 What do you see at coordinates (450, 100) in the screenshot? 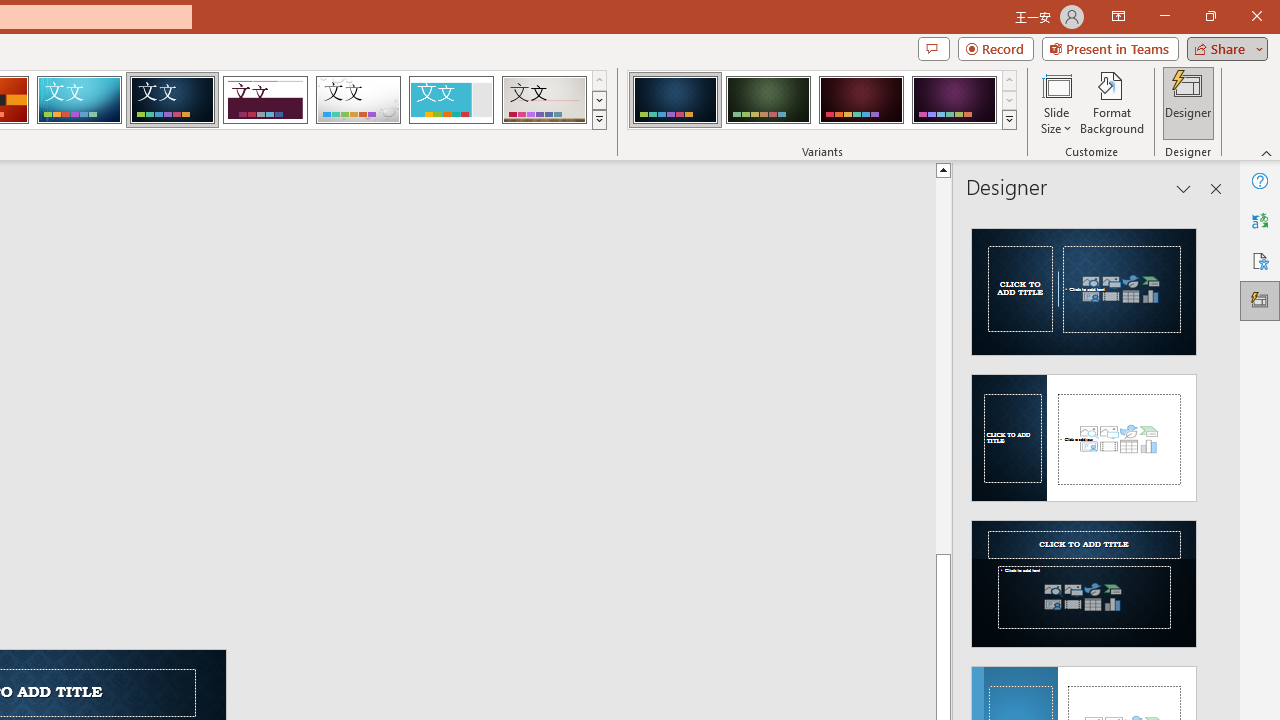
I see `'Frame'` at bounding box center [450, 100].